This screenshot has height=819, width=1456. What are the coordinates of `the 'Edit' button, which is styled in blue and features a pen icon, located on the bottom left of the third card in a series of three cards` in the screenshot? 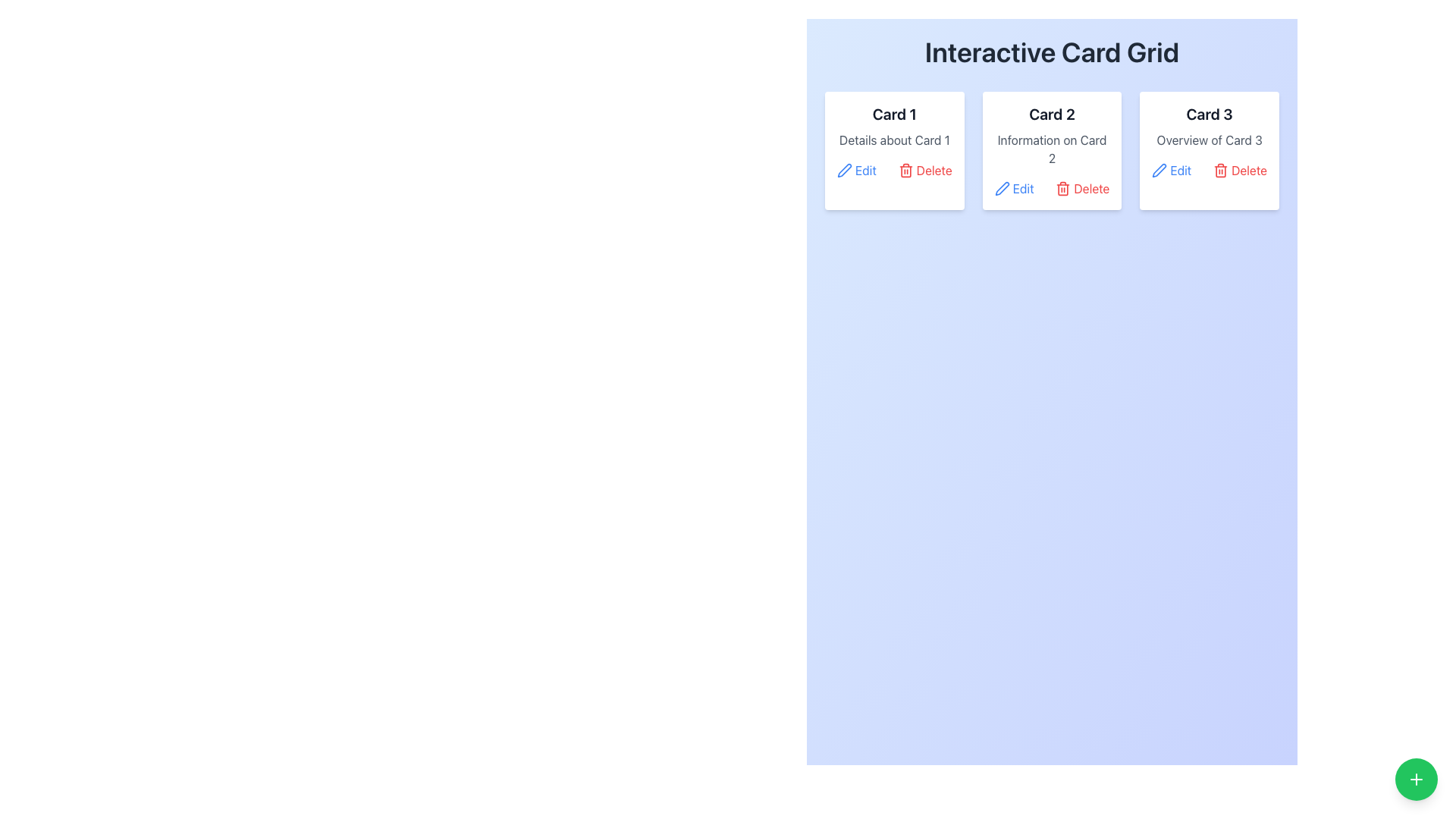 It's located at (1171, 170).